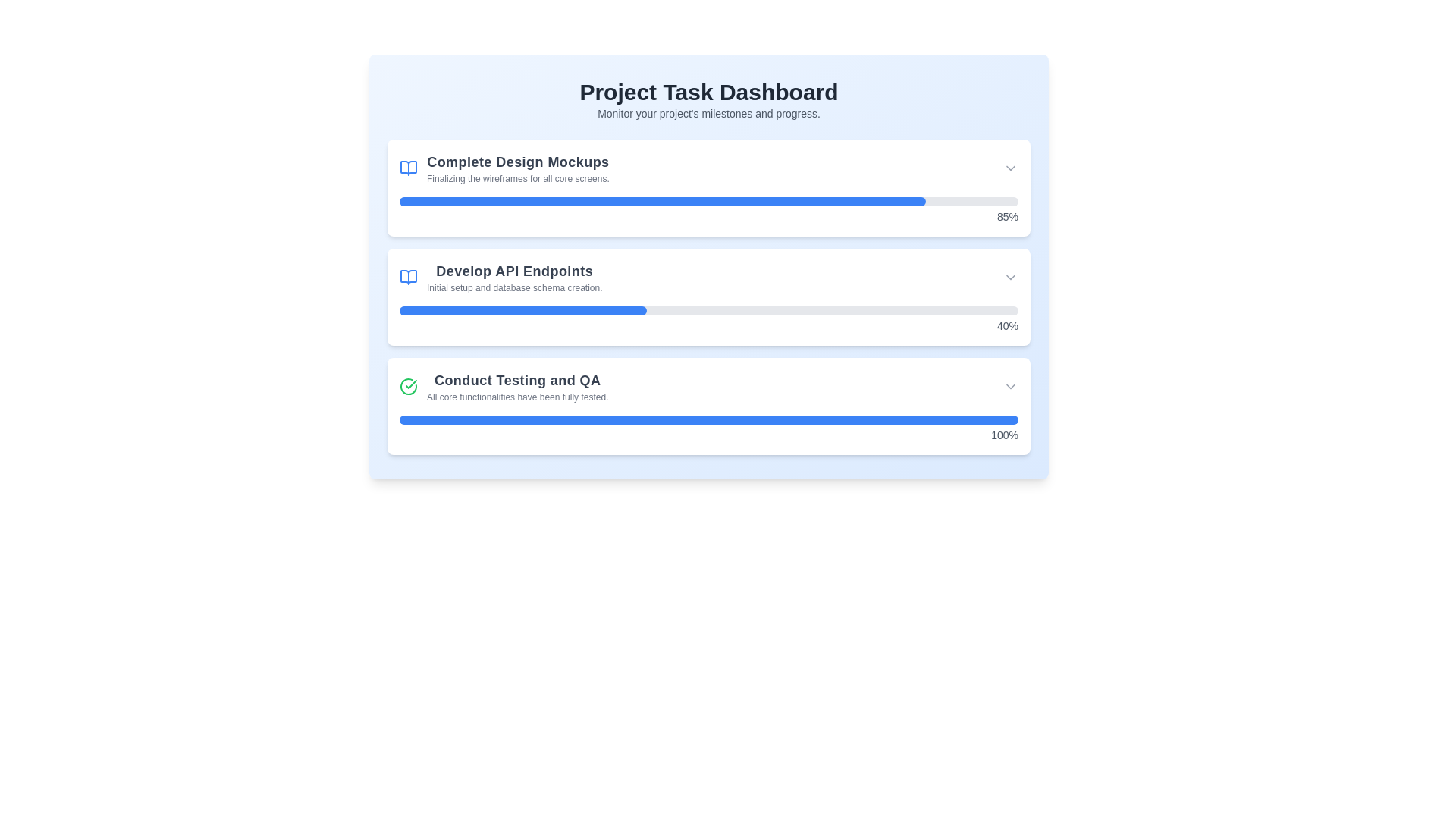  I want to click on progress, so click(647, 309).